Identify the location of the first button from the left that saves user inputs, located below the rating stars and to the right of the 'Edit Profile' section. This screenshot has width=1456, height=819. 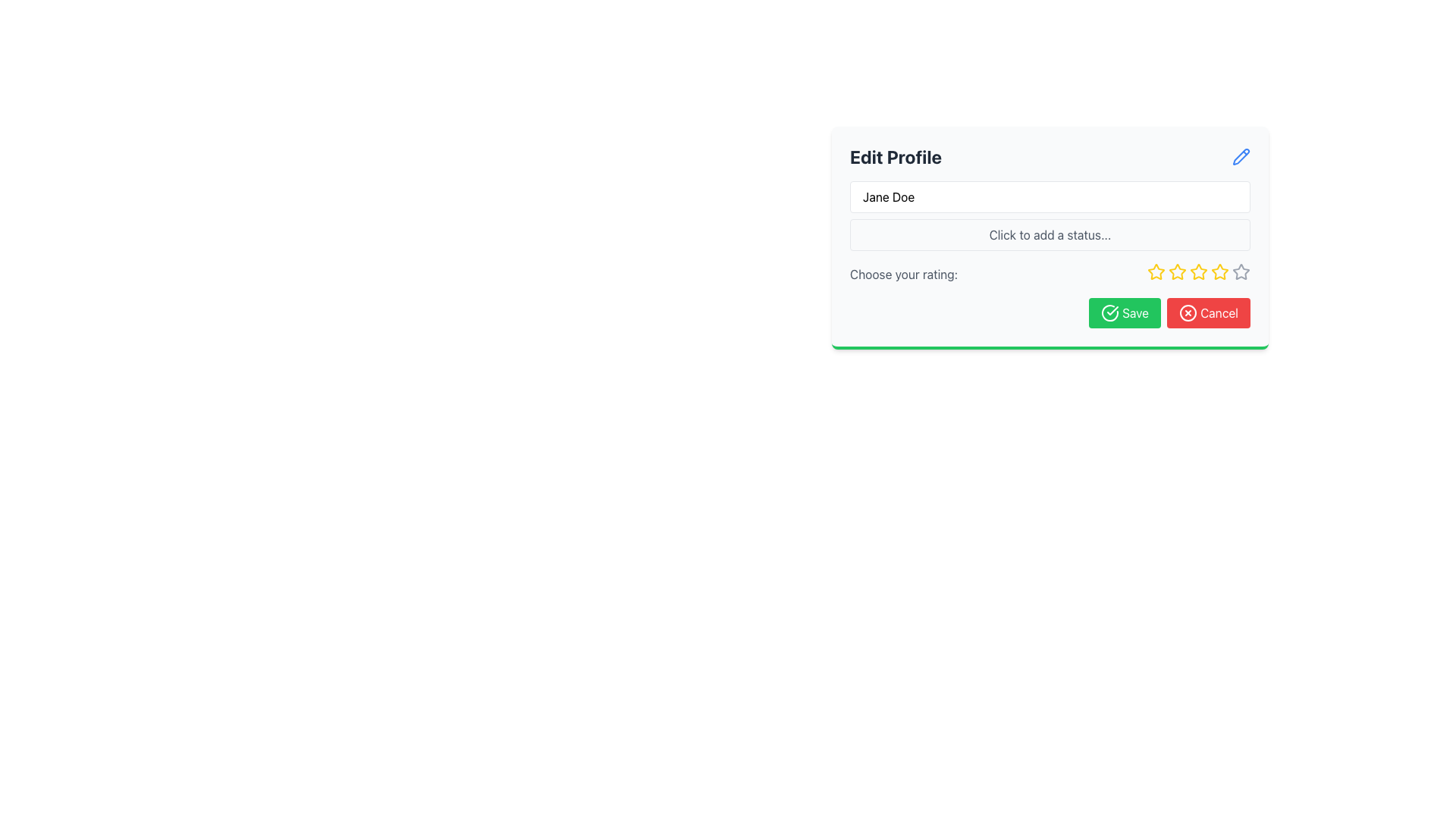
(1125, 312).